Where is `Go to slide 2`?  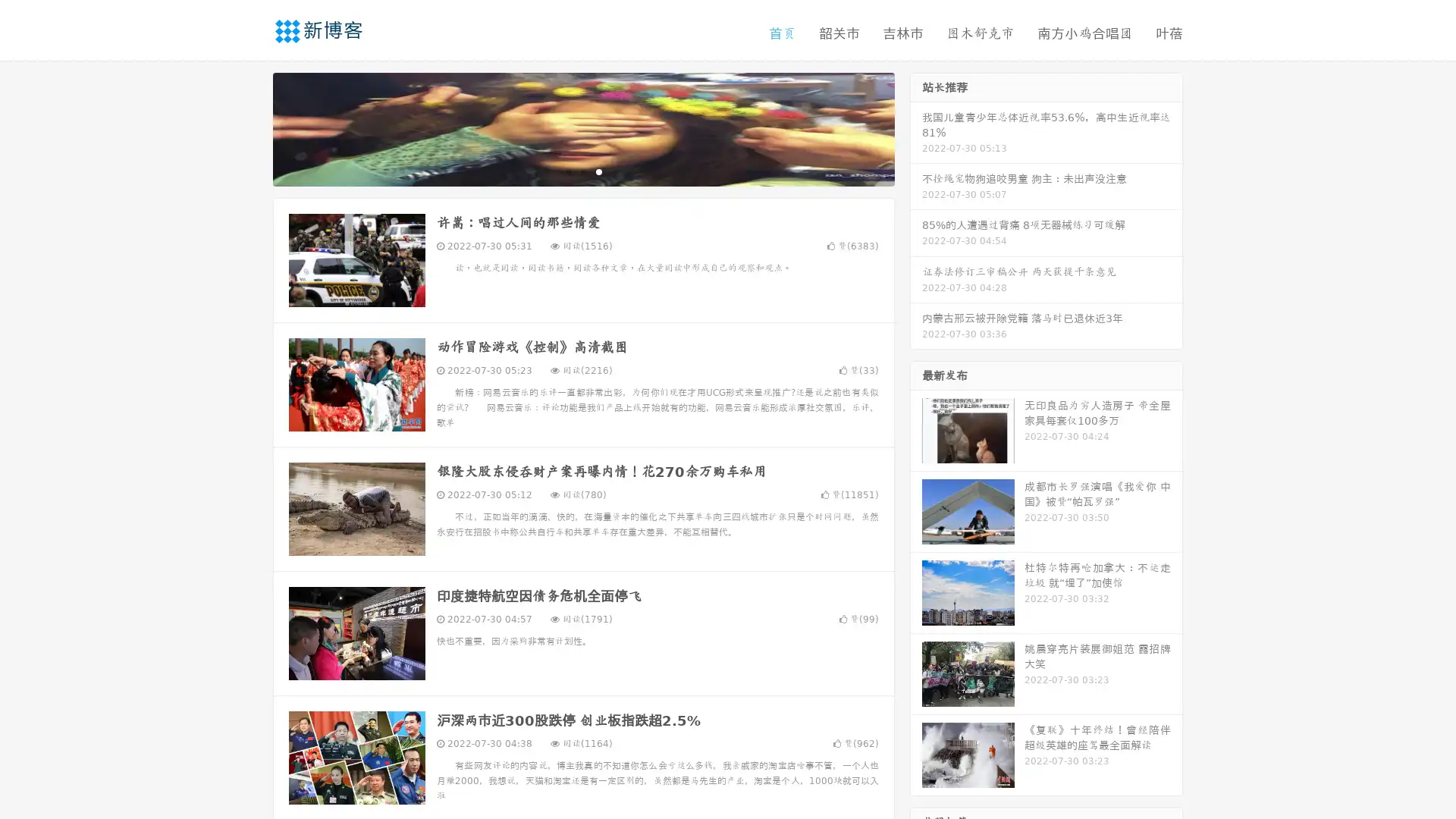 Go to slide 2 is located at coordinates (582, 171).